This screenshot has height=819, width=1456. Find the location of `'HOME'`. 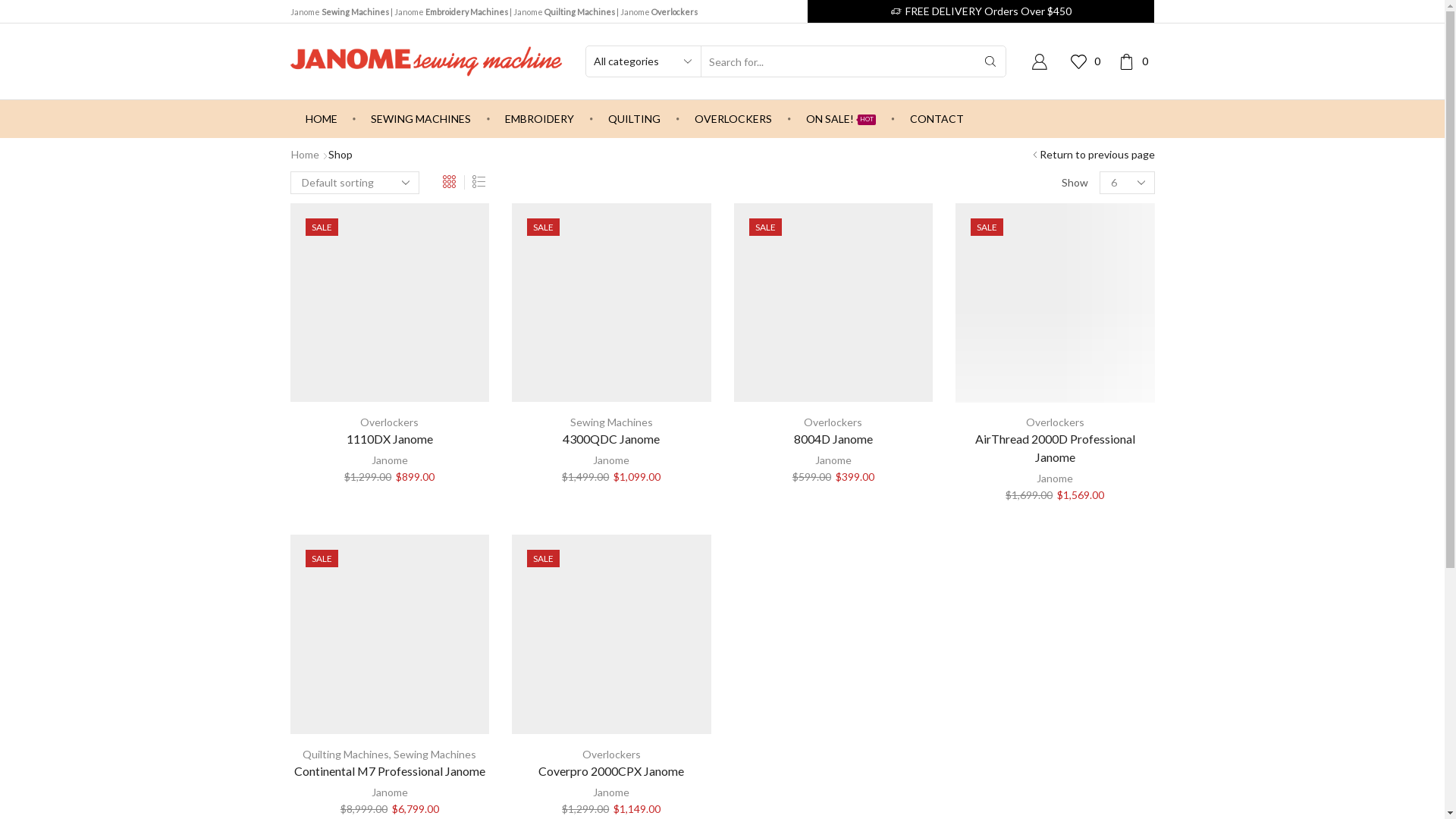

'HOME' is located at coordinates (319, 118).